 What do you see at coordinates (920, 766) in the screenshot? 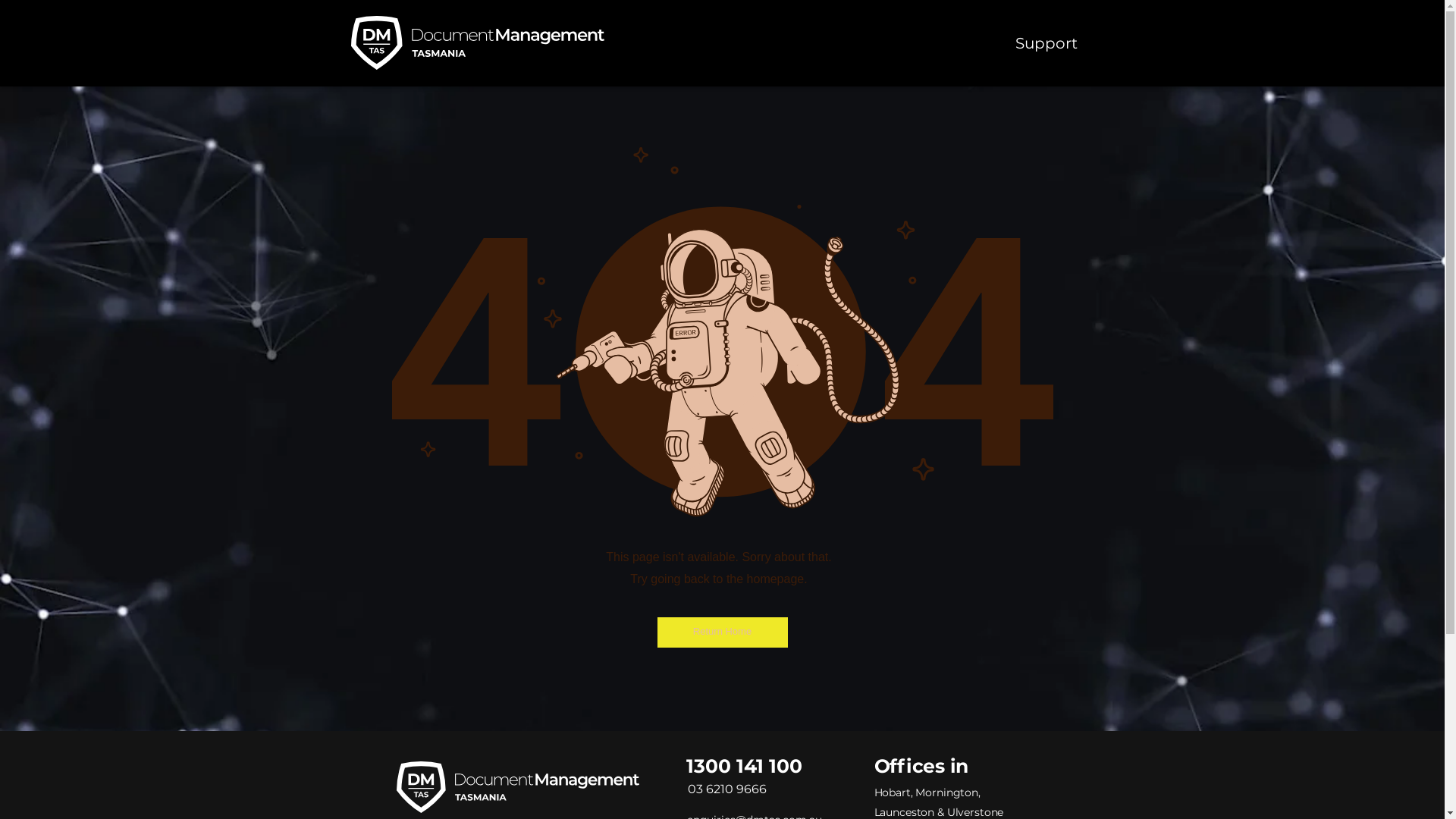
I see `'Offices in'` at bounding box center [920, 766].